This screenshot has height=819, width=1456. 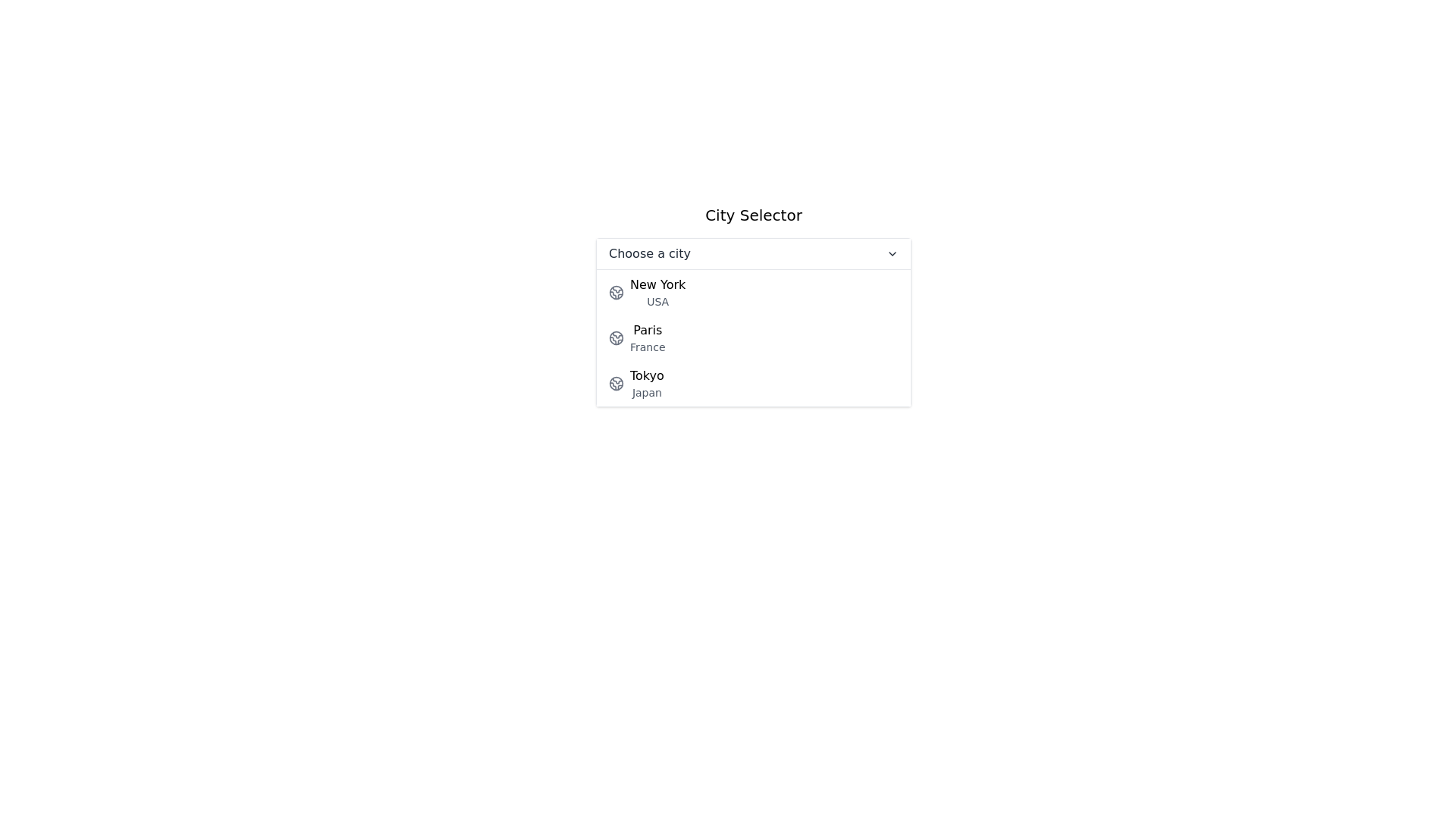 What do you see at coordinates (753, 321) in the screenshot?
I see `an option from the dropdown menu located centrally below the 'City Selector' heading by clicking on it` at bounding box center [753, 321].